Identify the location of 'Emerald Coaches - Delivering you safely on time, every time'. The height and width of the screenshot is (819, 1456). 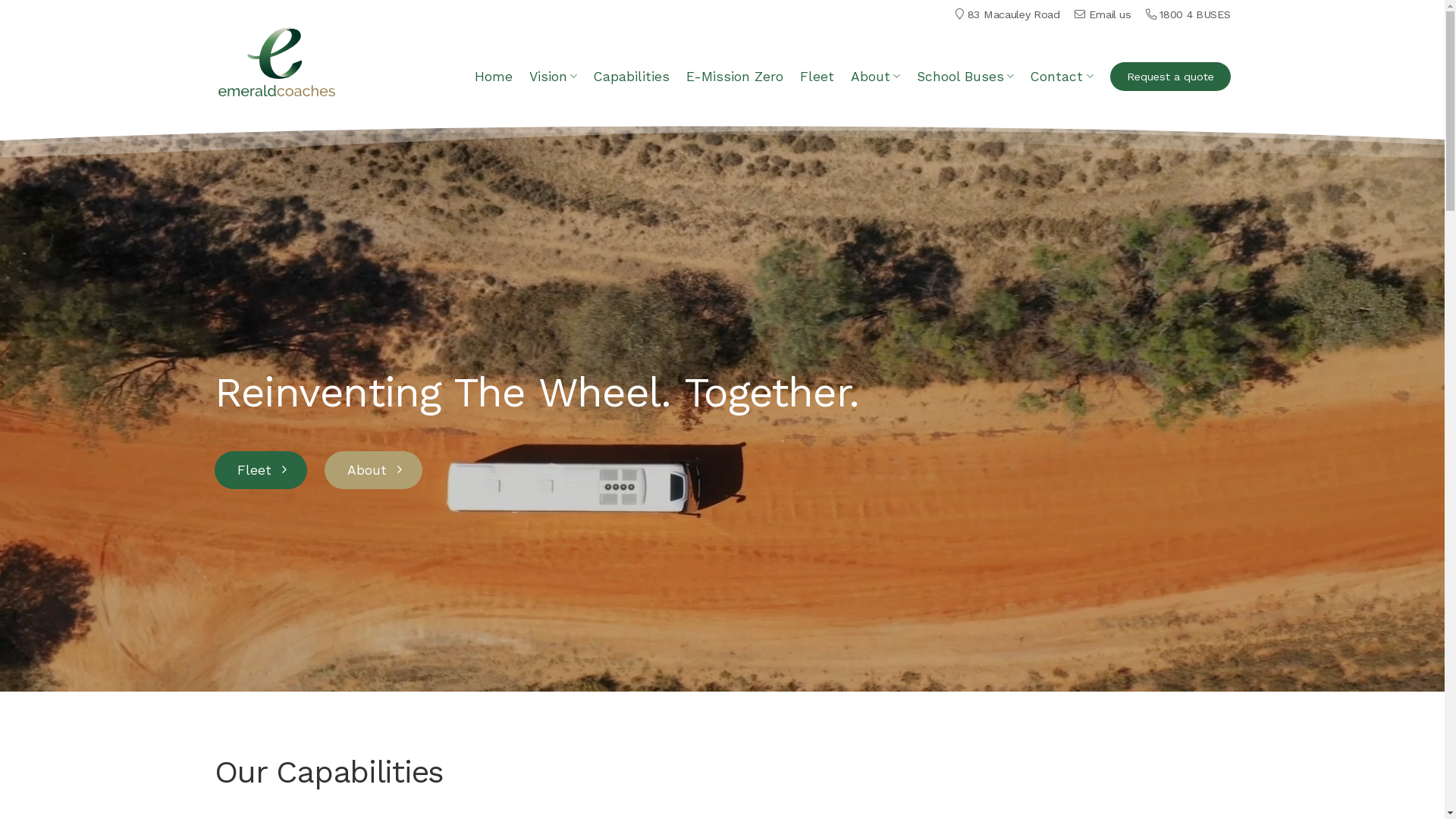
(213, 61).